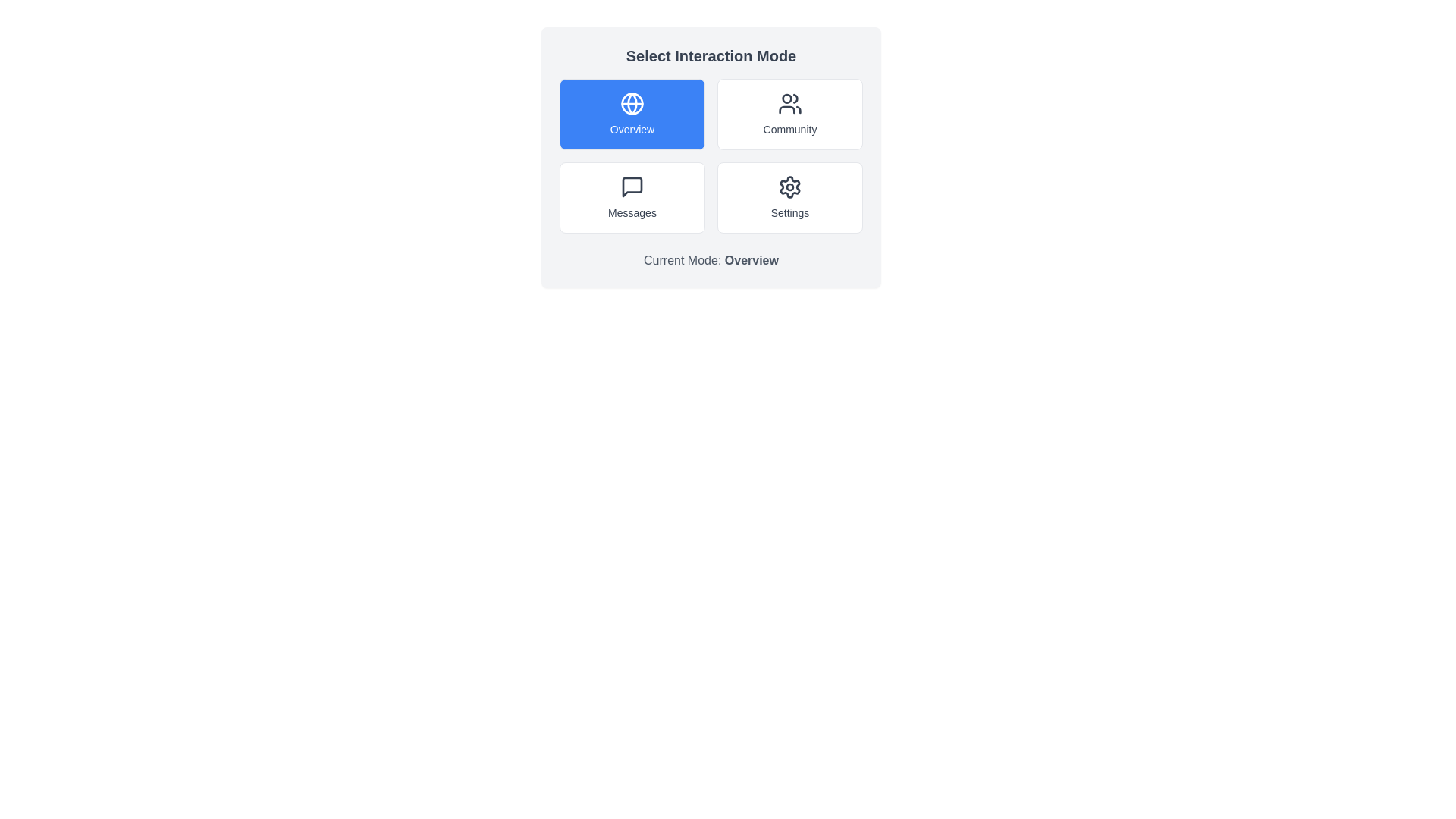 The width and height of the screenshot is (1456, 819). What do you see at coordinates (789, 197) in the screenshot?
I see `the Settings button to observe the hover effect` at bounding box center [789, 197].